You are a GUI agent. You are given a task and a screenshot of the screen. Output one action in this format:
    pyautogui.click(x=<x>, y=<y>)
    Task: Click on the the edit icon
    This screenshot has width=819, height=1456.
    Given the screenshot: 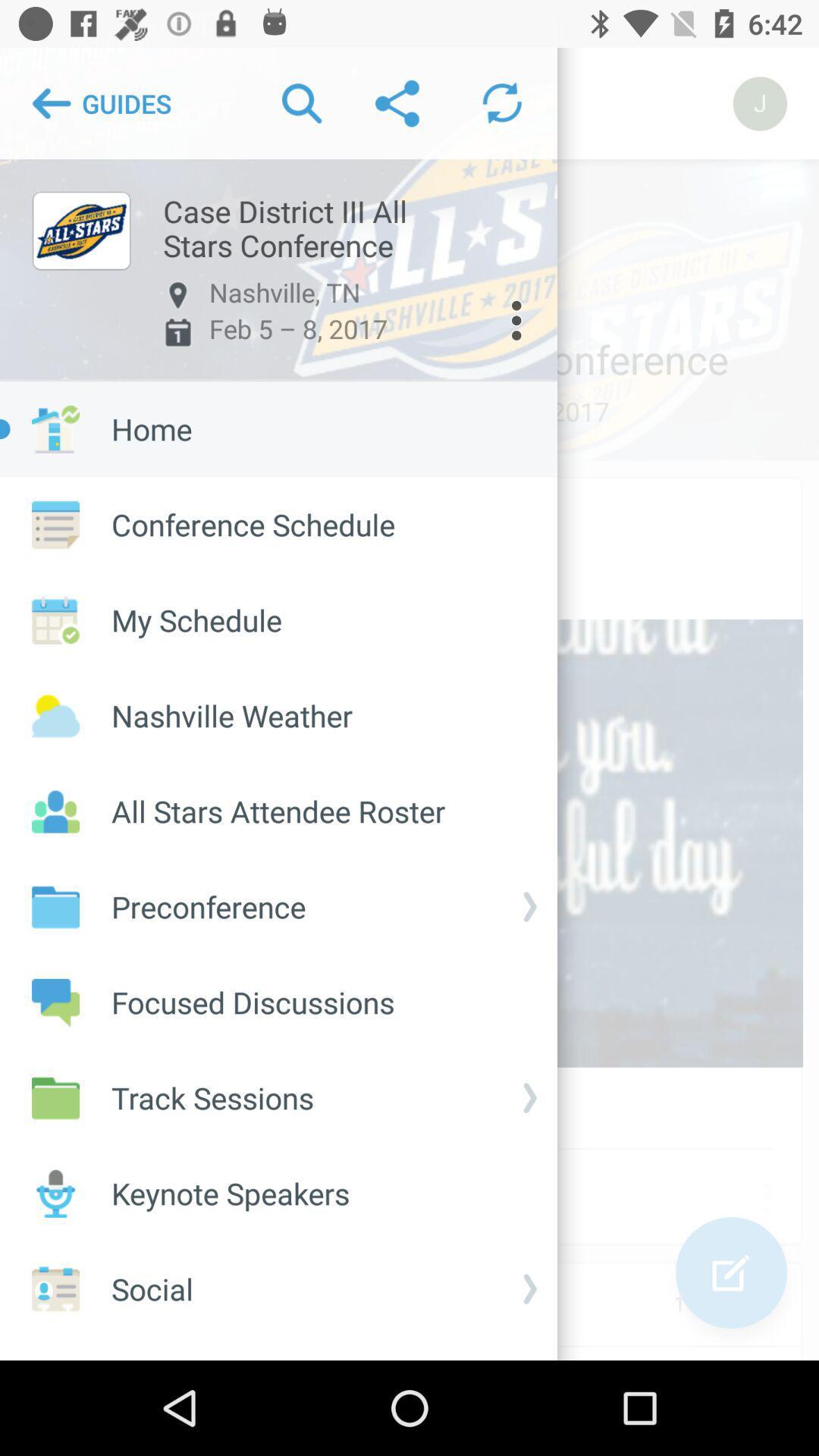 What is the action you would take?
    pyautogui.click(x=730, y=1272)
    